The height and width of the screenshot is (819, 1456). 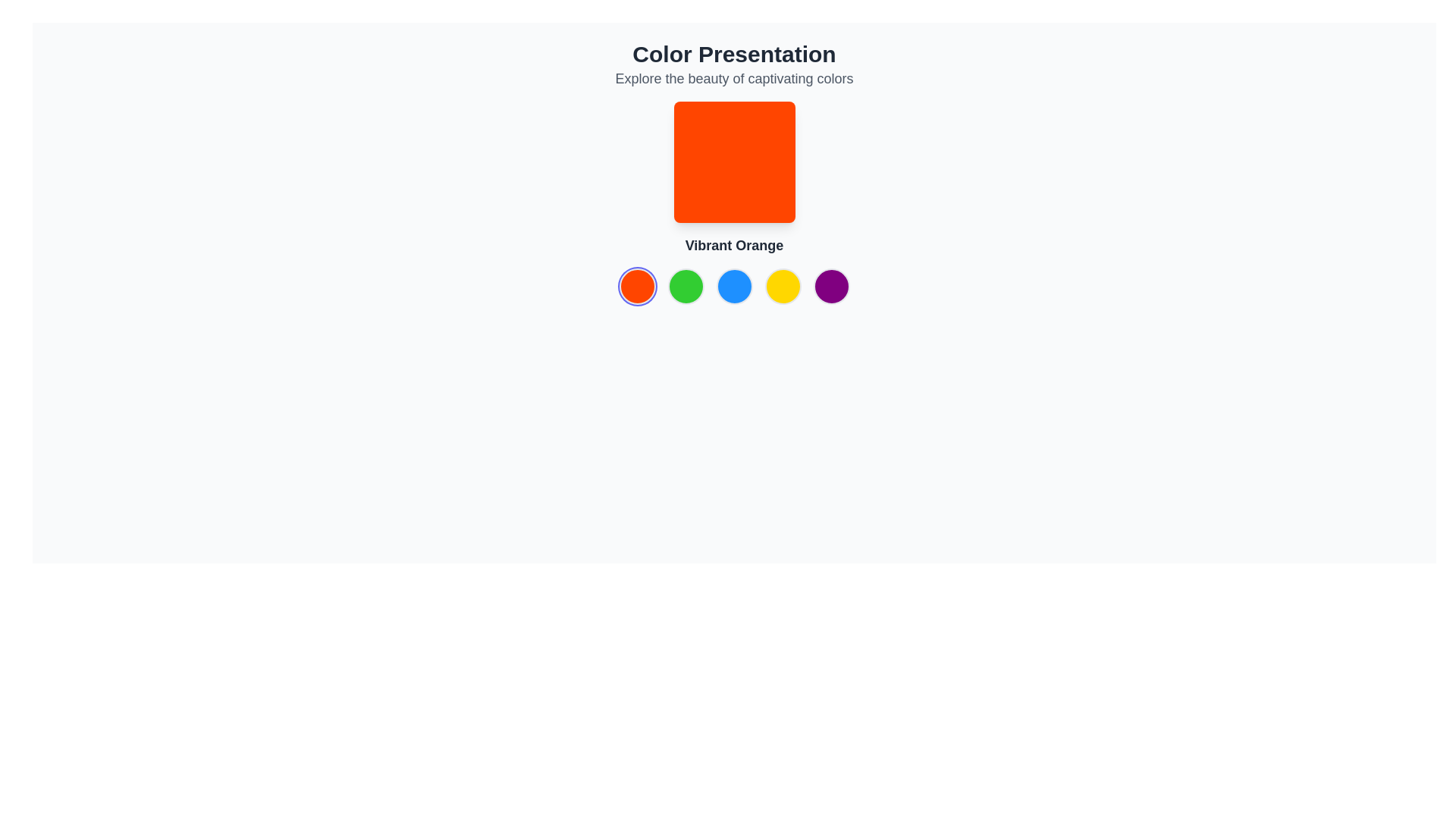 I want to click on the leftmost circular button with an orange background and indigo border below the 'Color Presentation' section, so click(x=637, y=287).